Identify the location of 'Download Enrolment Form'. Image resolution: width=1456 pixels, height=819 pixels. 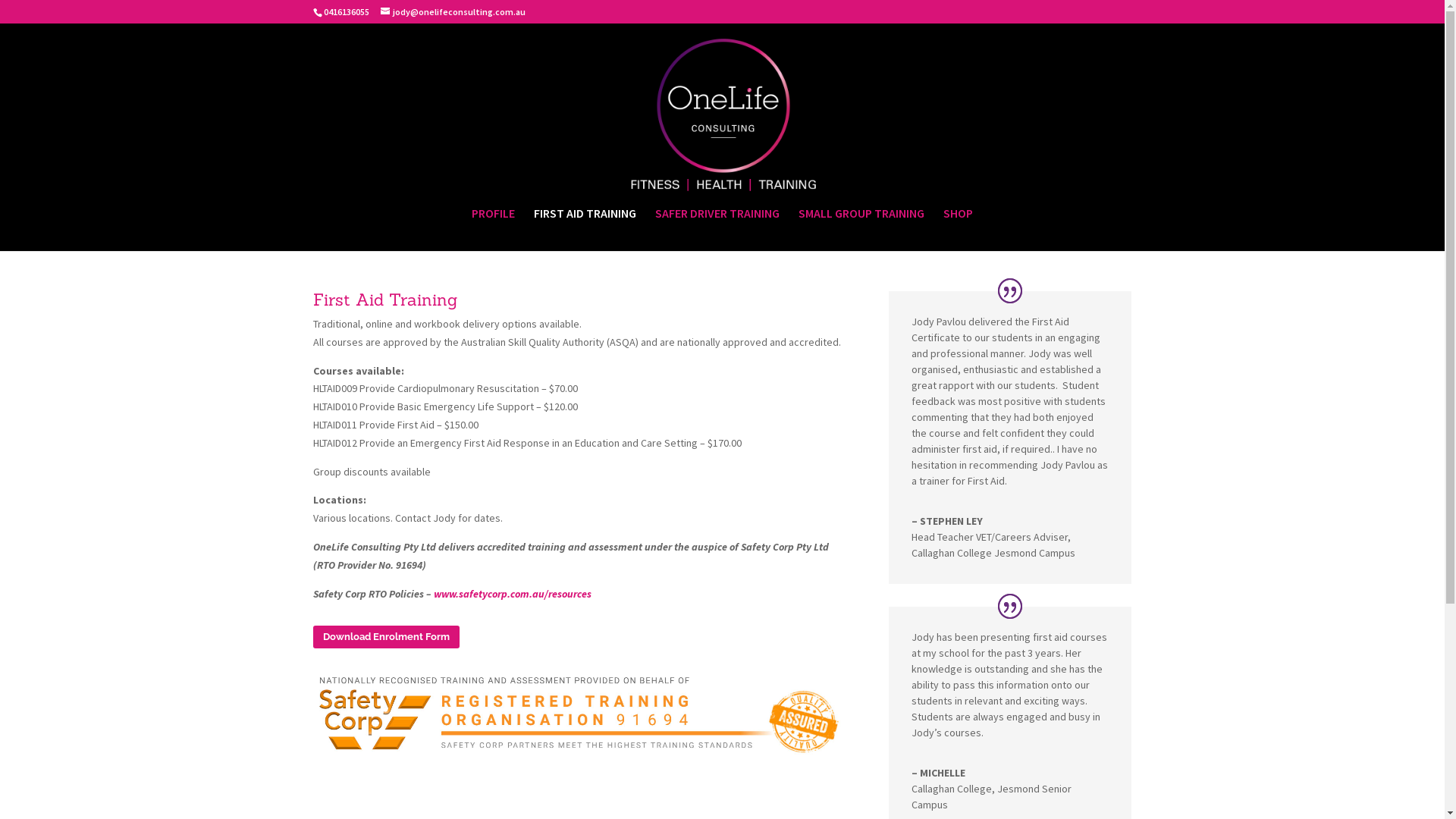
(385, 637).